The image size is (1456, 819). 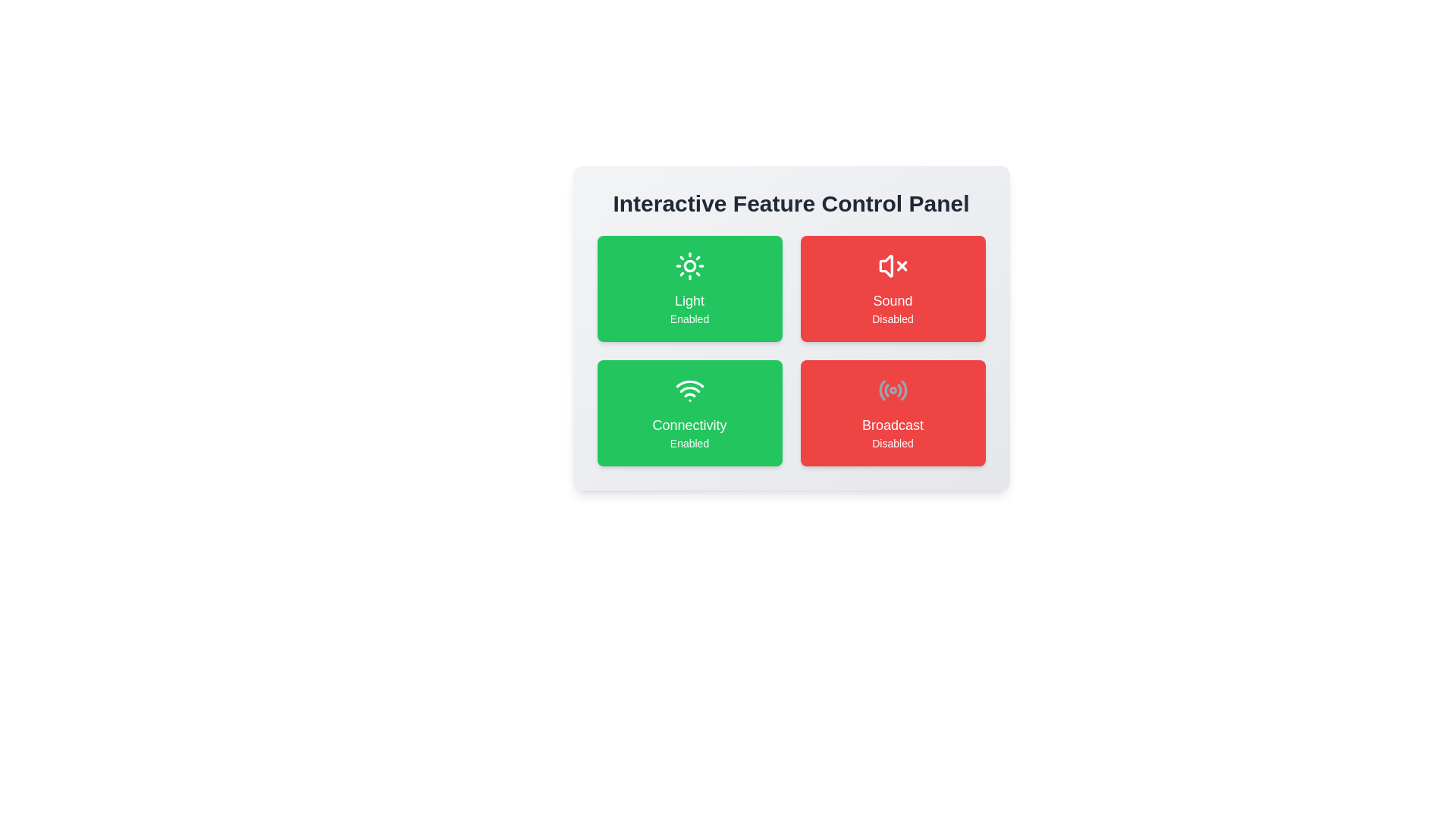 I want to click on the feature card for Sound to observe the hover effect, so click(x=893, y=289).